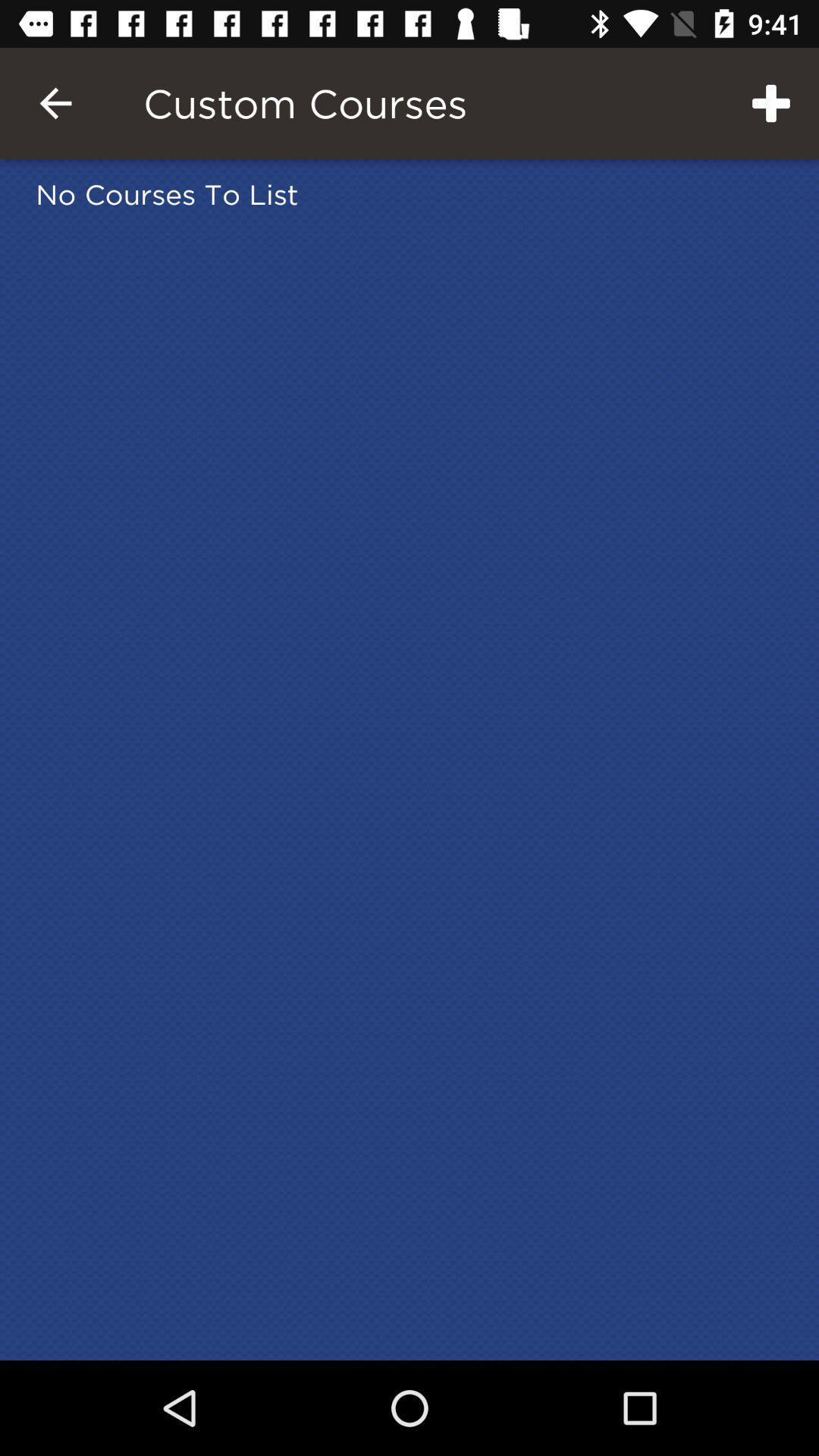 This screenshot has width=819, height=1456. What do you see at coordinates (55, 102) in the screenshot?
I see `item next to the custom courses icon` at bounding box center [55, 102].